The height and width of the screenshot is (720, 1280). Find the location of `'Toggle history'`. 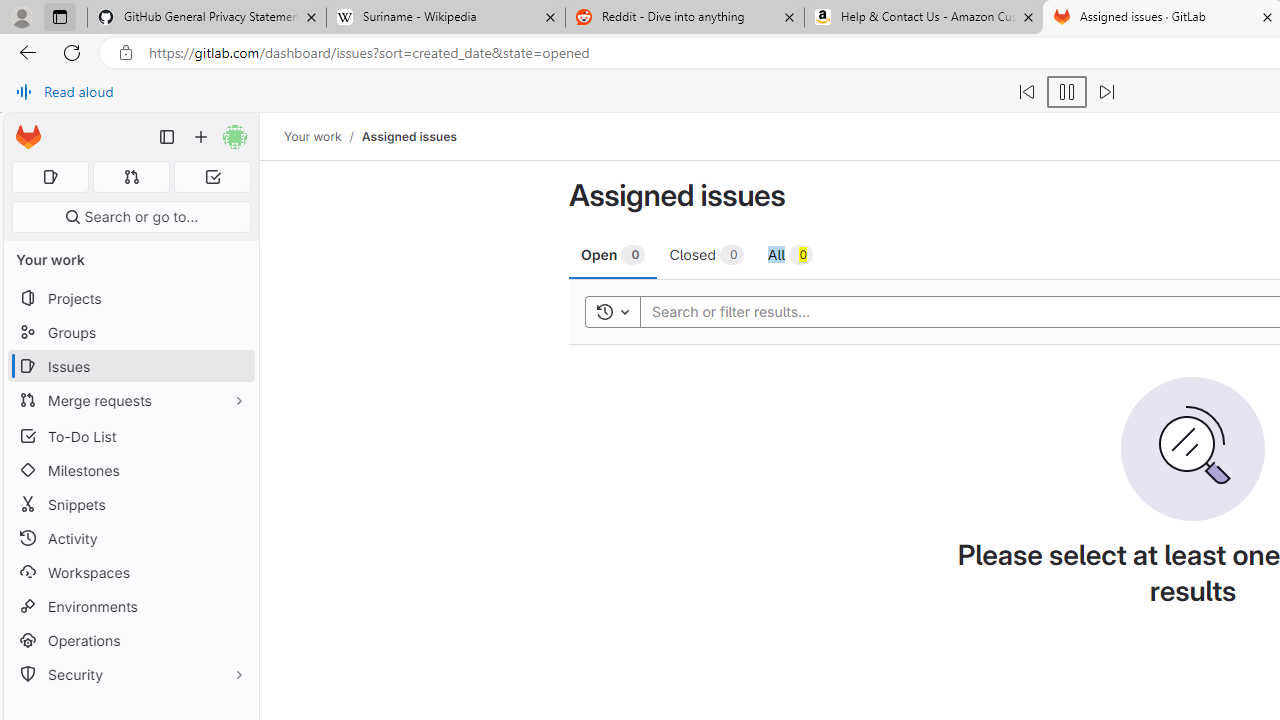

'Toggle history' is located at coordinates (612, 311).